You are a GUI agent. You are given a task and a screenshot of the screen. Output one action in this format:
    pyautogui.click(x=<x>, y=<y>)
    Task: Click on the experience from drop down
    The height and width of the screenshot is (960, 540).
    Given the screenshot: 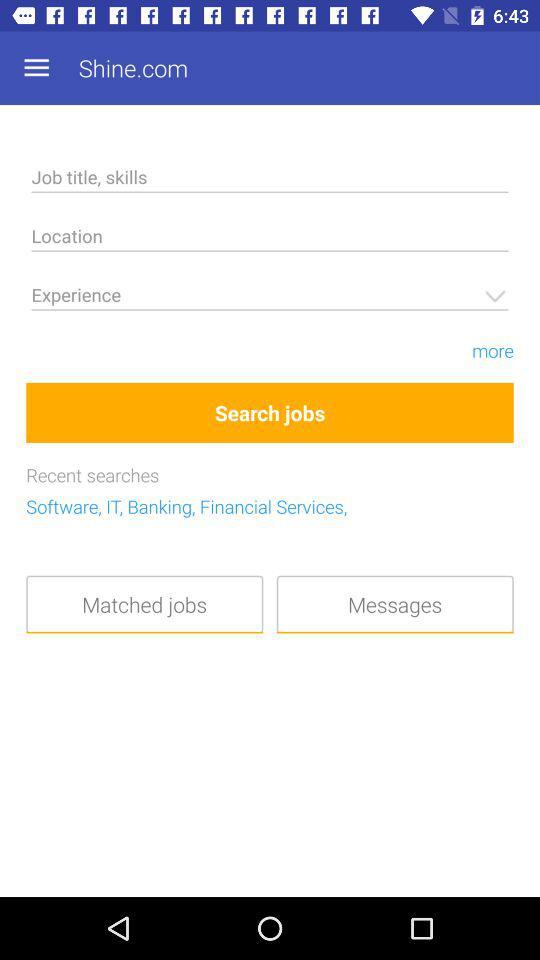 What is the action you would take?
    pyautogui.click(x=270, y=297)
    